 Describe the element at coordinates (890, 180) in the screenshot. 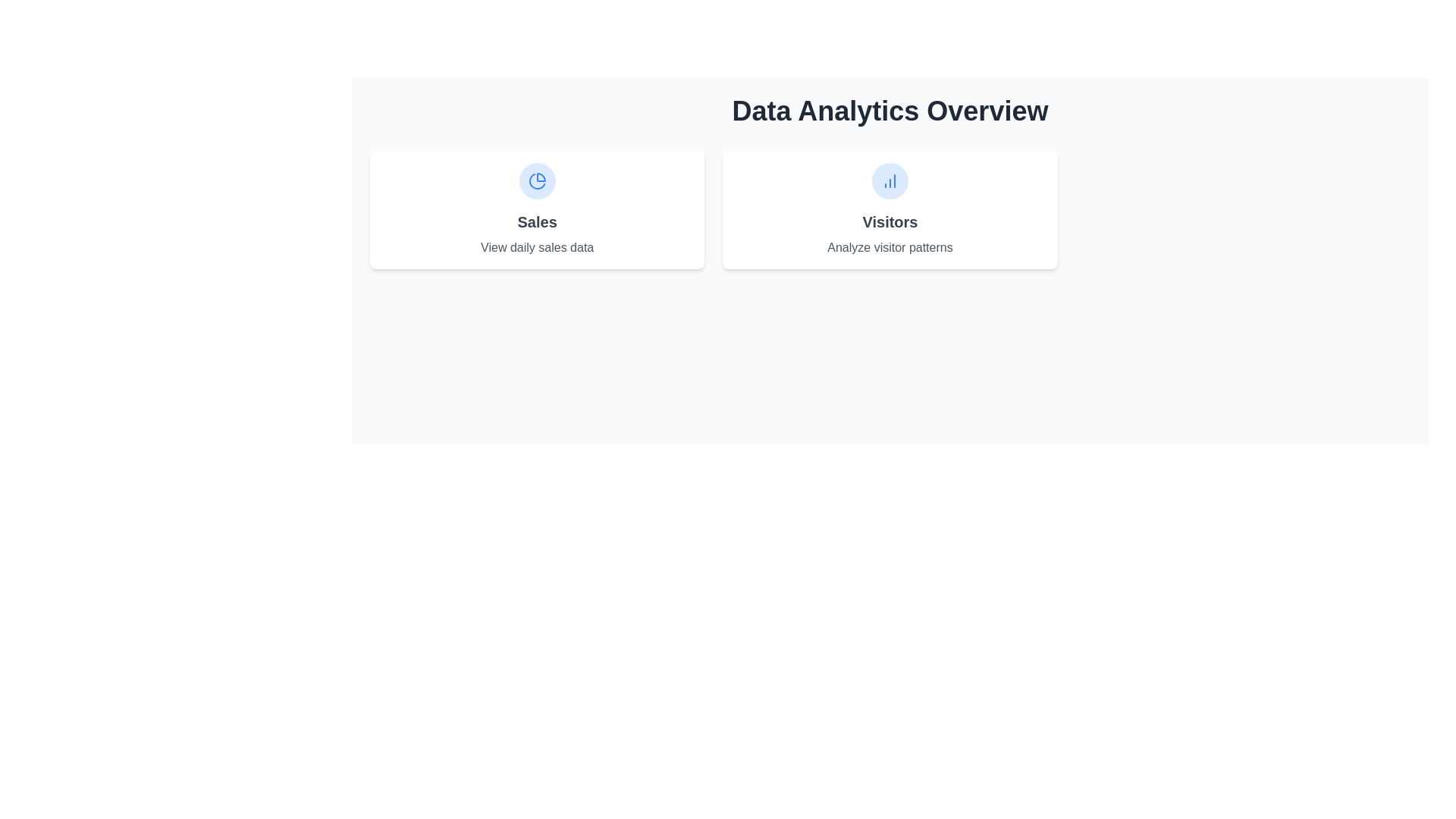

I see `the circular icon with a light blue background and a chart-like symbol, prominently positioned in the center of the 'Visitors' card under the 'Data Analytics Overview' header` at that location.